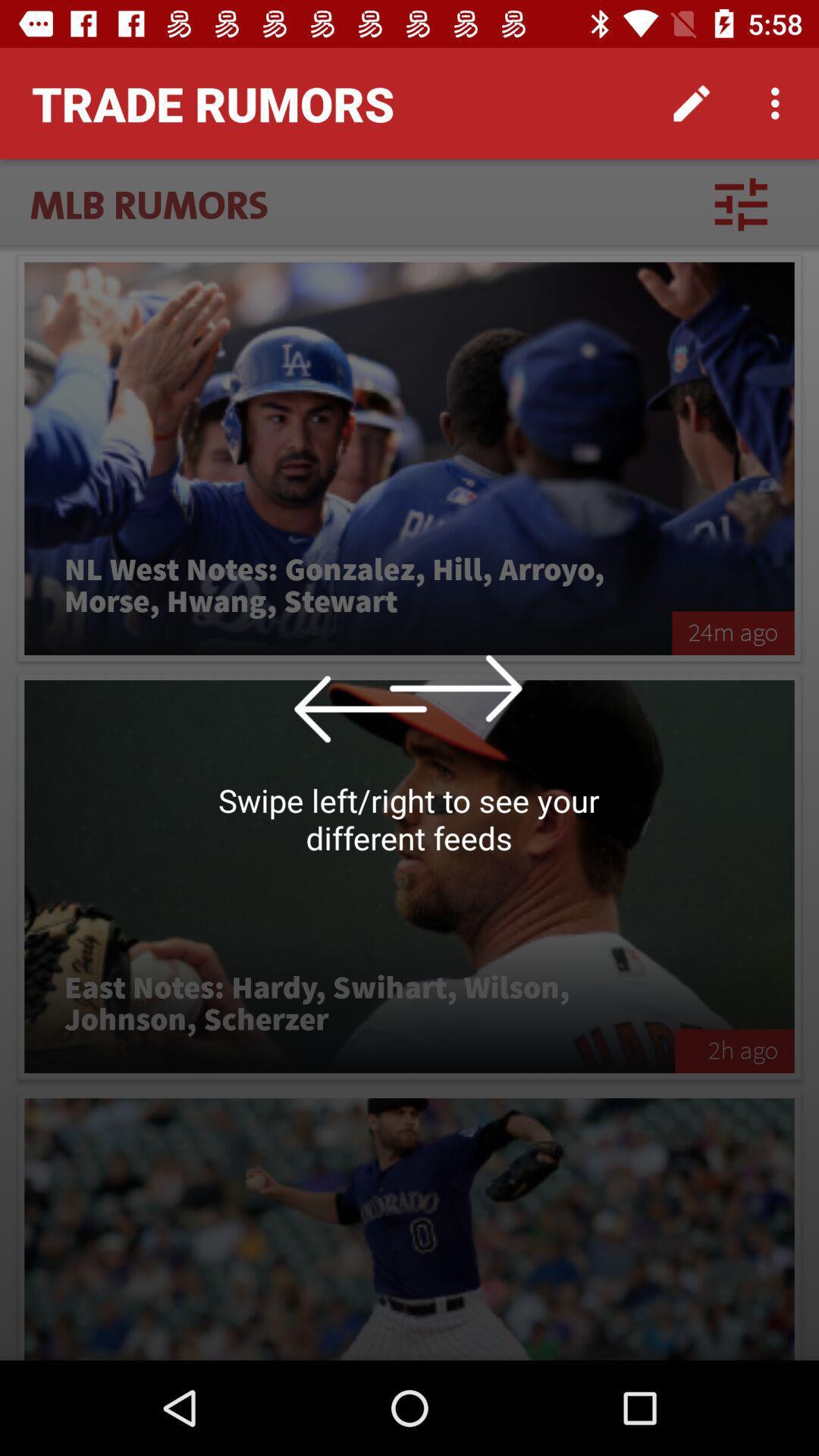 The height and width of the screenshot is (1456, 819). Describe the element at coordinates (733, 633) in the screenshot. I see `icon to the right of nl west notes item` at that location.